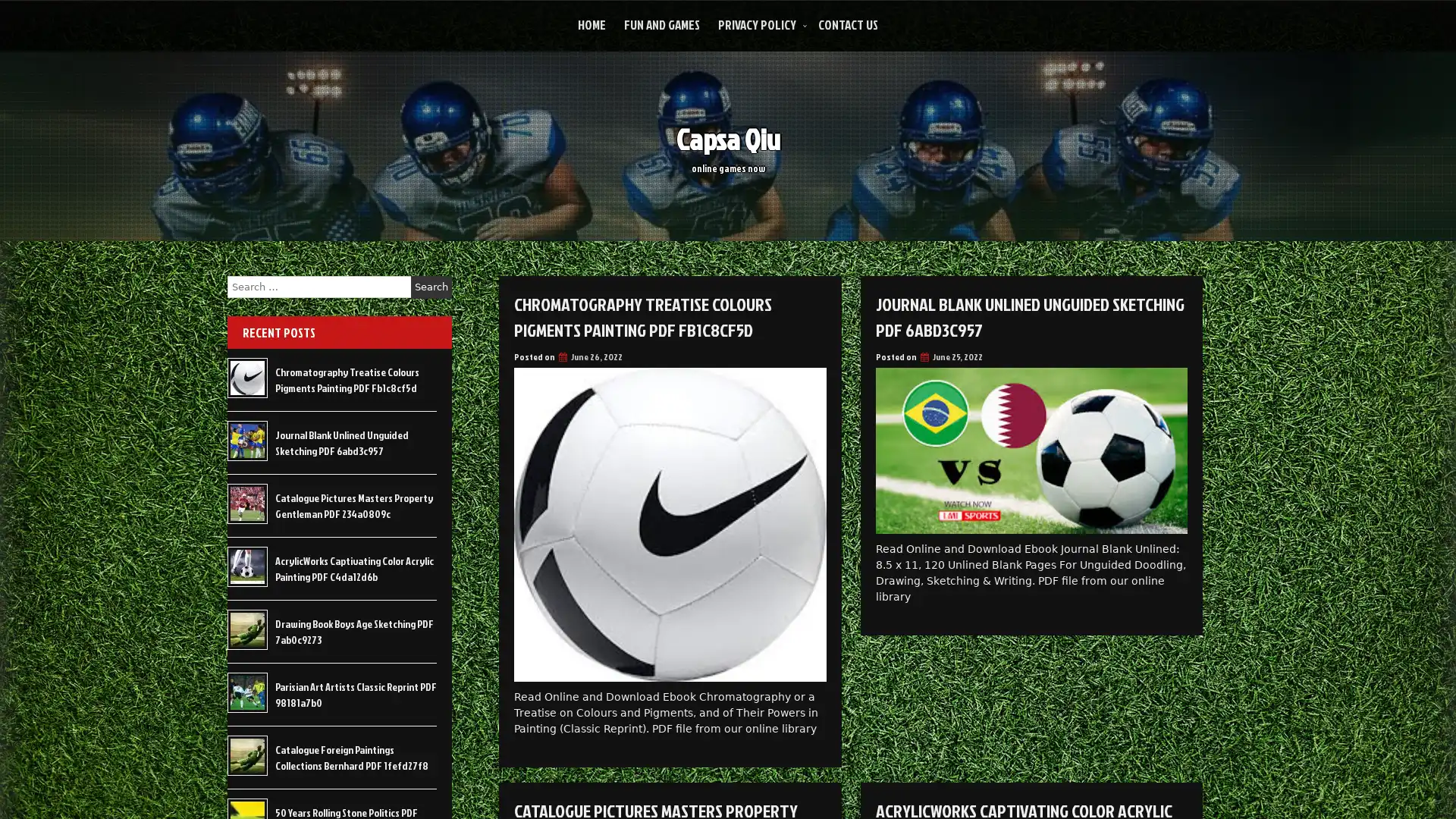 The height and width of the screenshot is (819, 1456). I want to click on Search, so click(431, 287).